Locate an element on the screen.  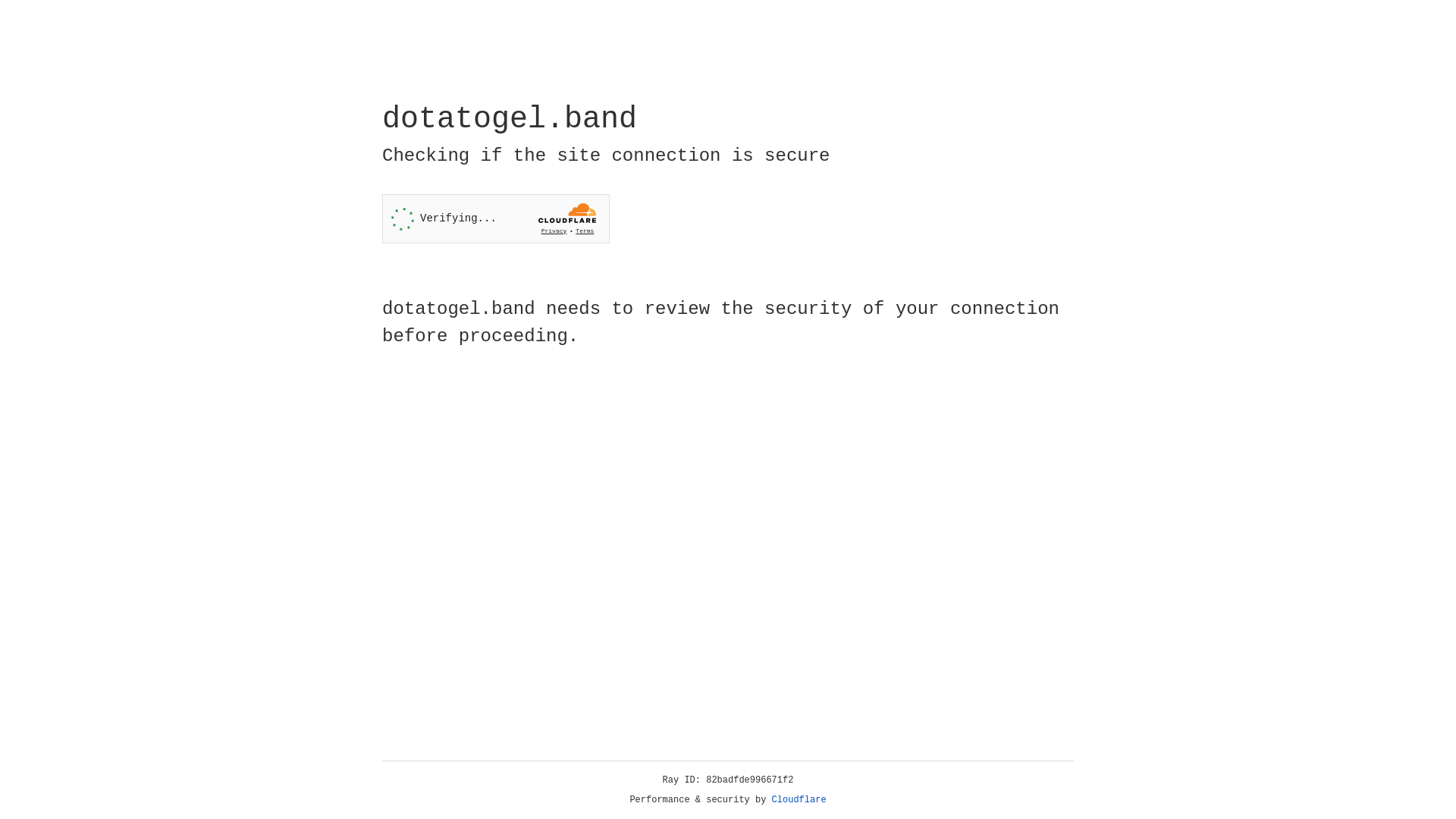
'Widget containing a Cloudflare security challenge' is located at coordinates (495, 218).